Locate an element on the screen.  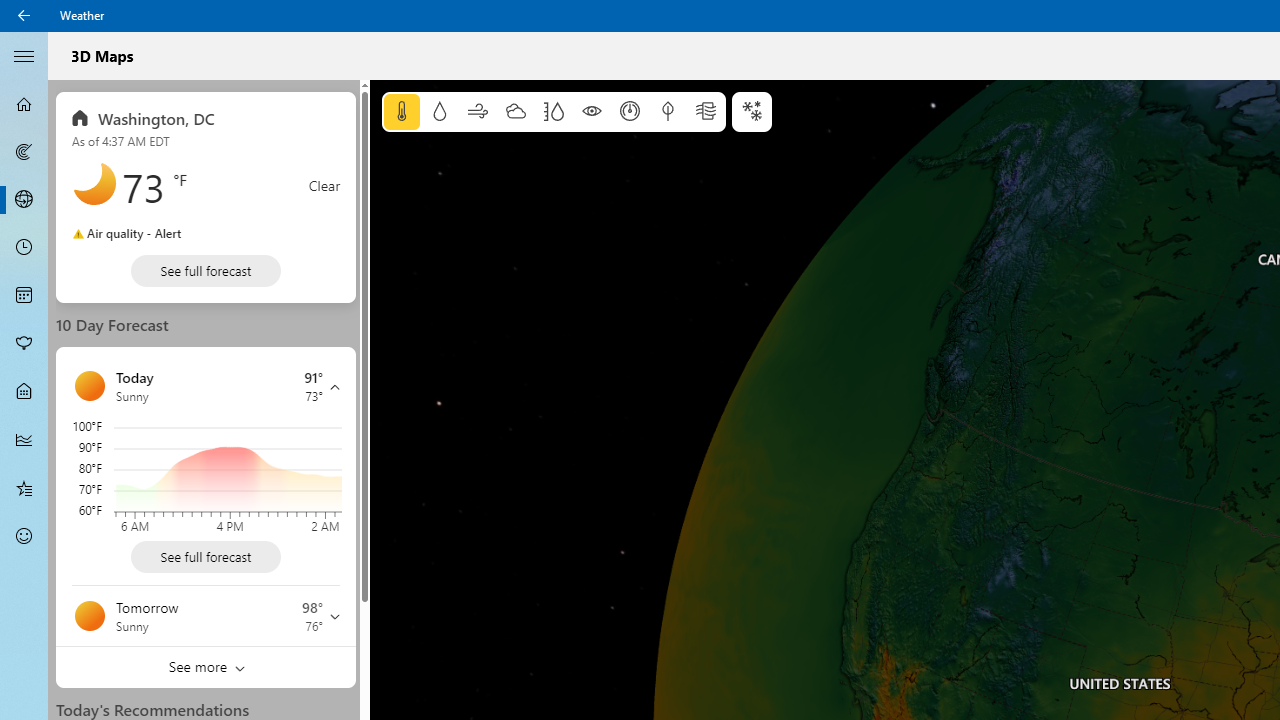
'Historical Weather - Not Selected' is located at coordinates (24, 438).